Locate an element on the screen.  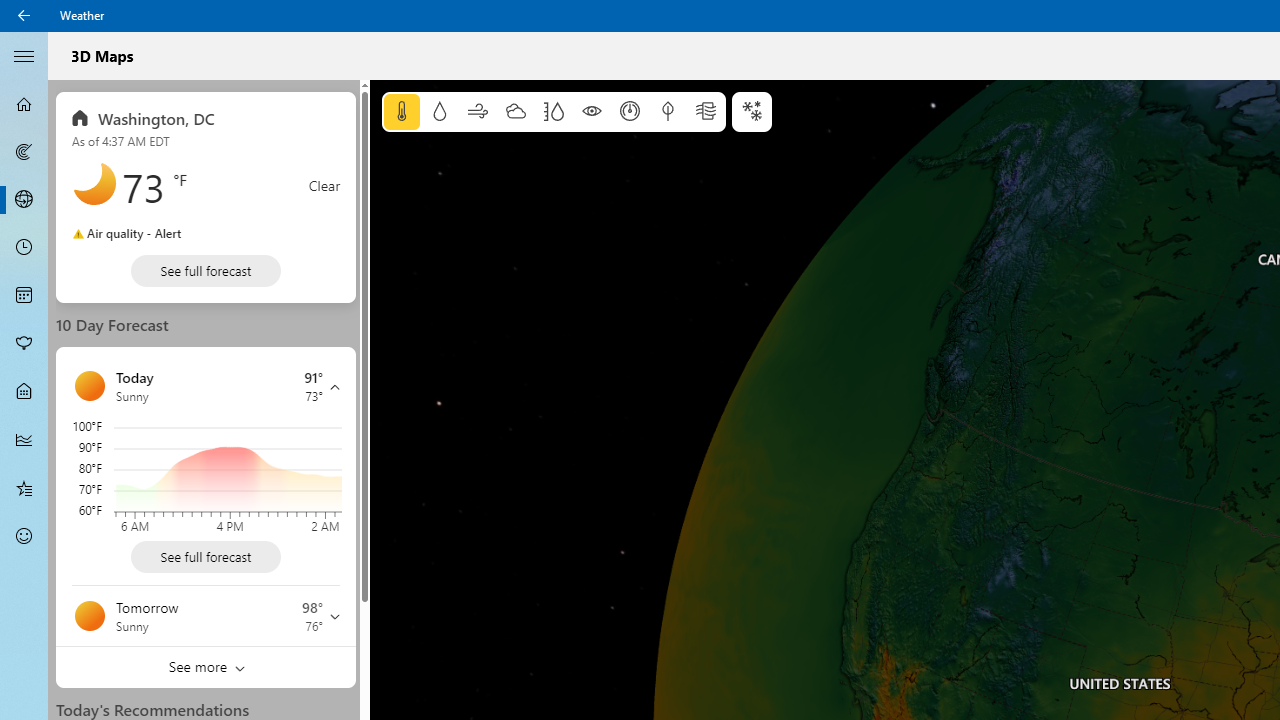
'Historical Weather - Not Selected' is located at coordinates (24, 438).